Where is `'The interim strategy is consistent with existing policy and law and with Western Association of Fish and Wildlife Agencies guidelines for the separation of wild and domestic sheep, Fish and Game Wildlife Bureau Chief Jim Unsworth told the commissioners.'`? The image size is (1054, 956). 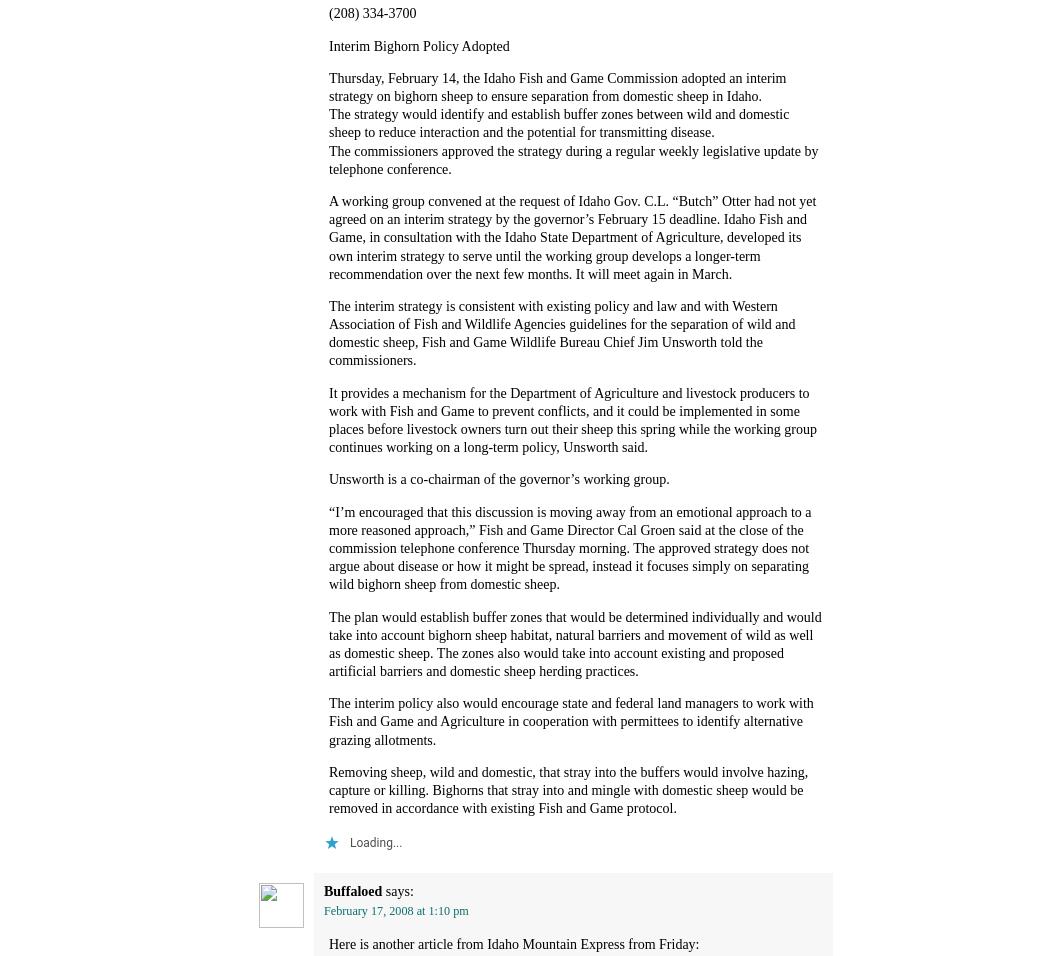
'The interim strategy is consistent with existing policy and law and with Western Association of Fish and Wildlife Agencies guidelines for the separation of wild and domestic sheep, Fish and Game Wildlife Bureau Chief Jim Unsworth told the commissioners.' is located at coordinates (561, 331).